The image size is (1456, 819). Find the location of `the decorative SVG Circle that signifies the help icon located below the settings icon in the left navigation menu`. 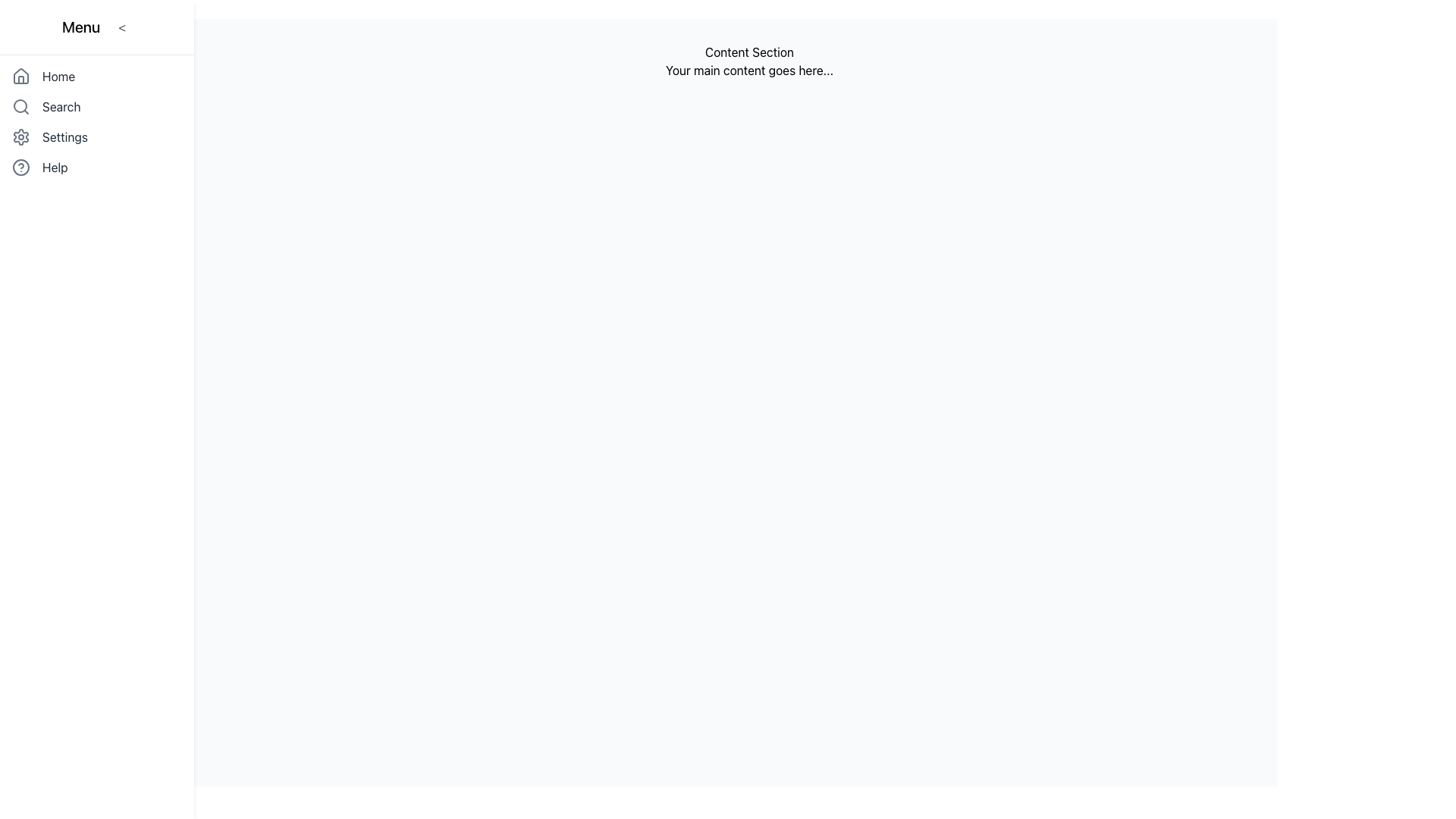

the decorative SVG Circle that signifies the help icon located below the settings icon in the left navigation menu is located at coordinates (21, 167).